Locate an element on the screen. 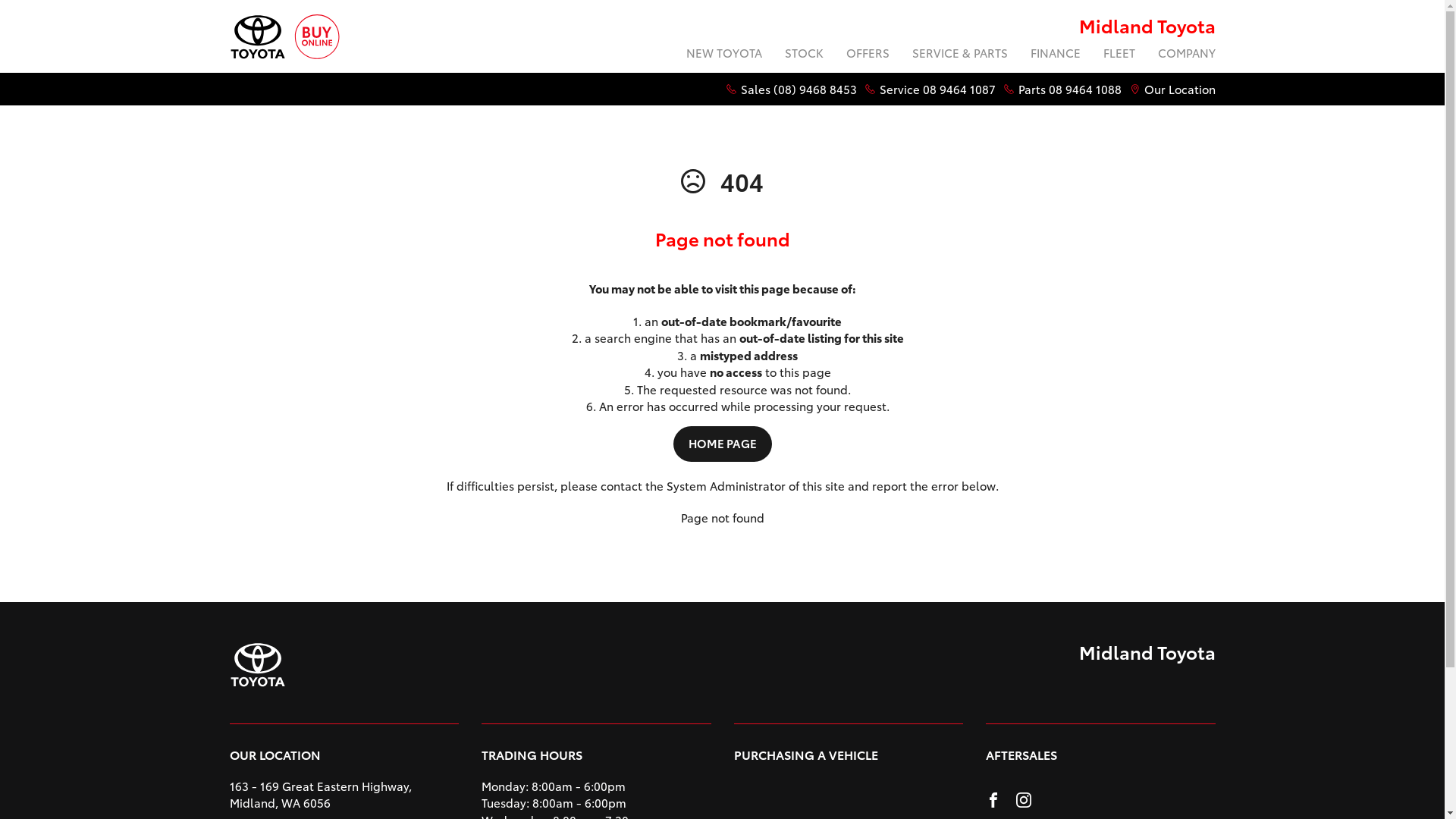  'Parts 08 9464 1088' is located at coordinates (1068, 89).